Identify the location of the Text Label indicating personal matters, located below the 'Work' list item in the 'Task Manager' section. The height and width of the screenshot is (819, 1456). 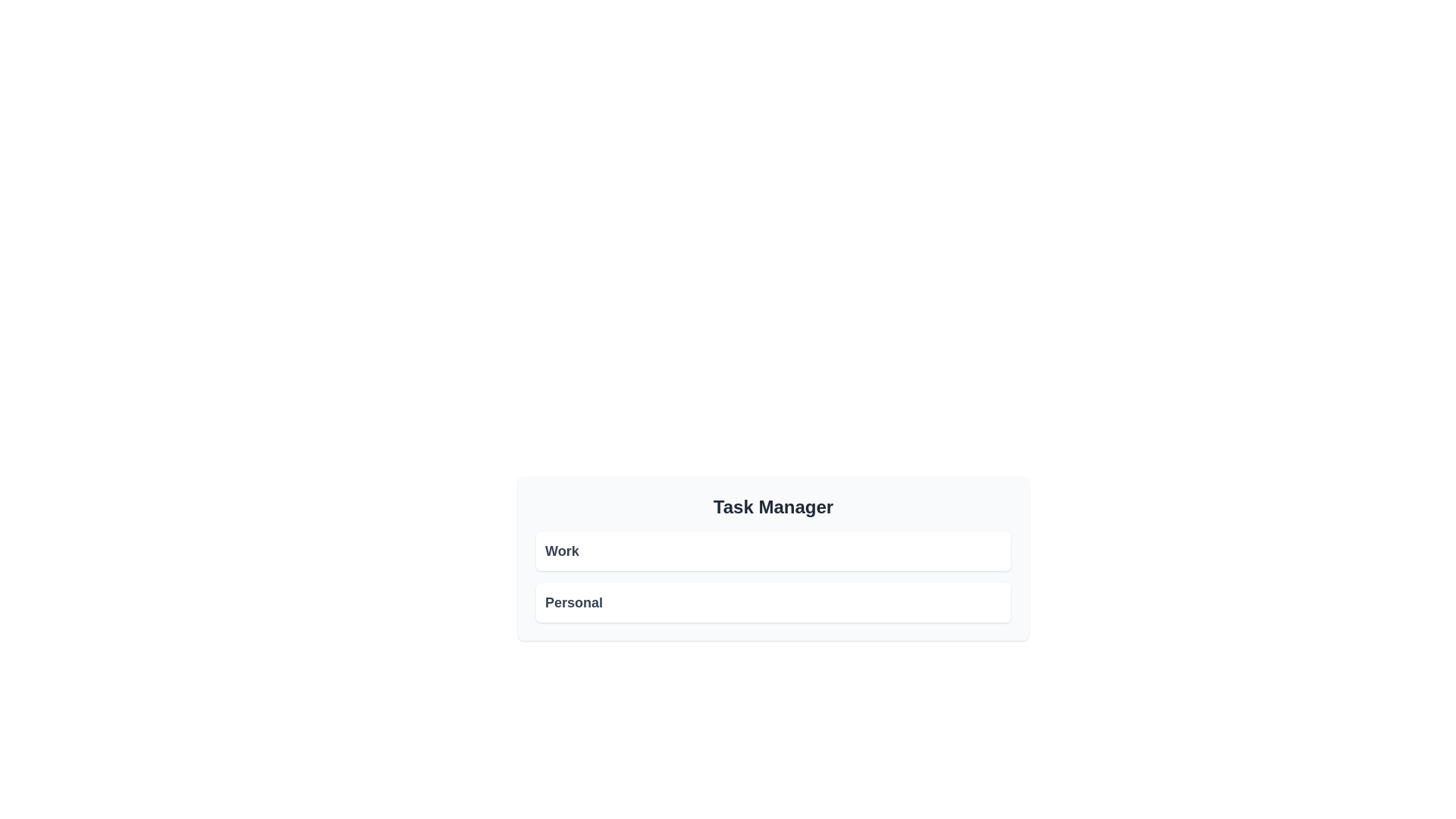
(573, 601).